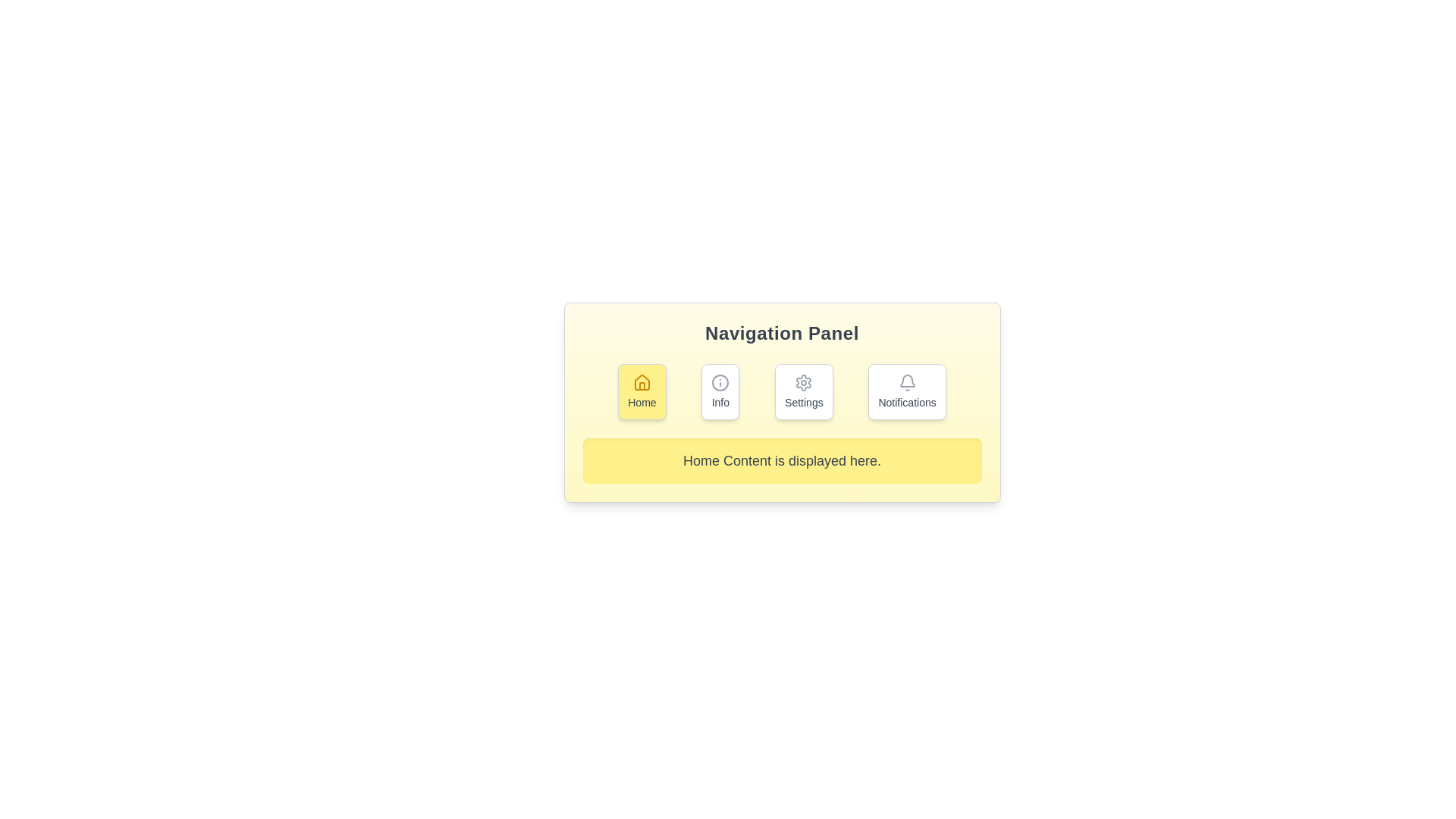  What do you see at coordinates (642, 391) in the screenshot?
I see `the 'Home' button with a yellow background and house-shaped icon in the navigation section` at bounding box center [642, 391].